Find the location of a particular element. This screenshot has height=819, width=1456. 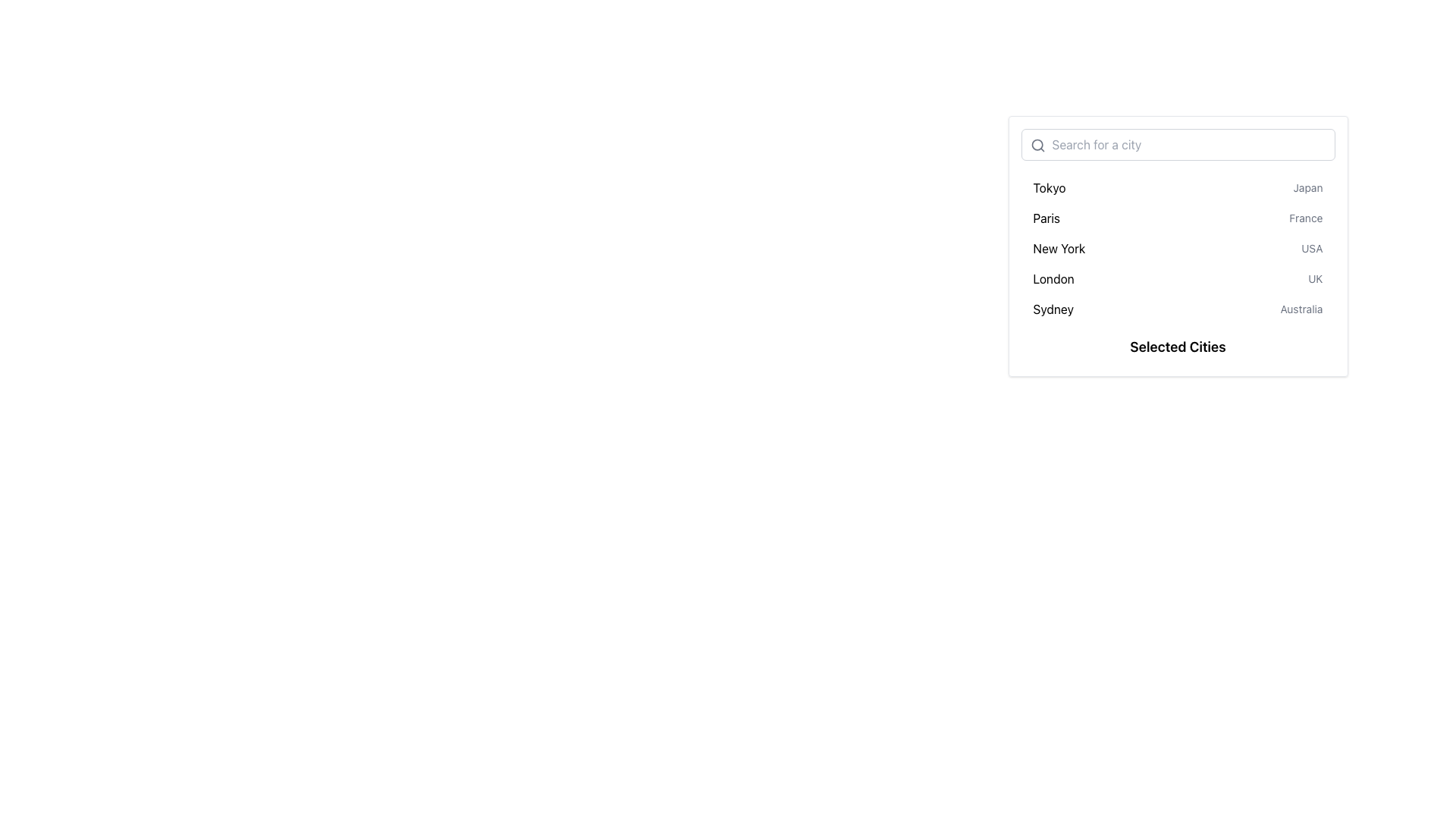

the circular graphical element of the search icon located in the top-left corner of the search input field, which indicates the search functionality is located at coordinates (1036, 145).